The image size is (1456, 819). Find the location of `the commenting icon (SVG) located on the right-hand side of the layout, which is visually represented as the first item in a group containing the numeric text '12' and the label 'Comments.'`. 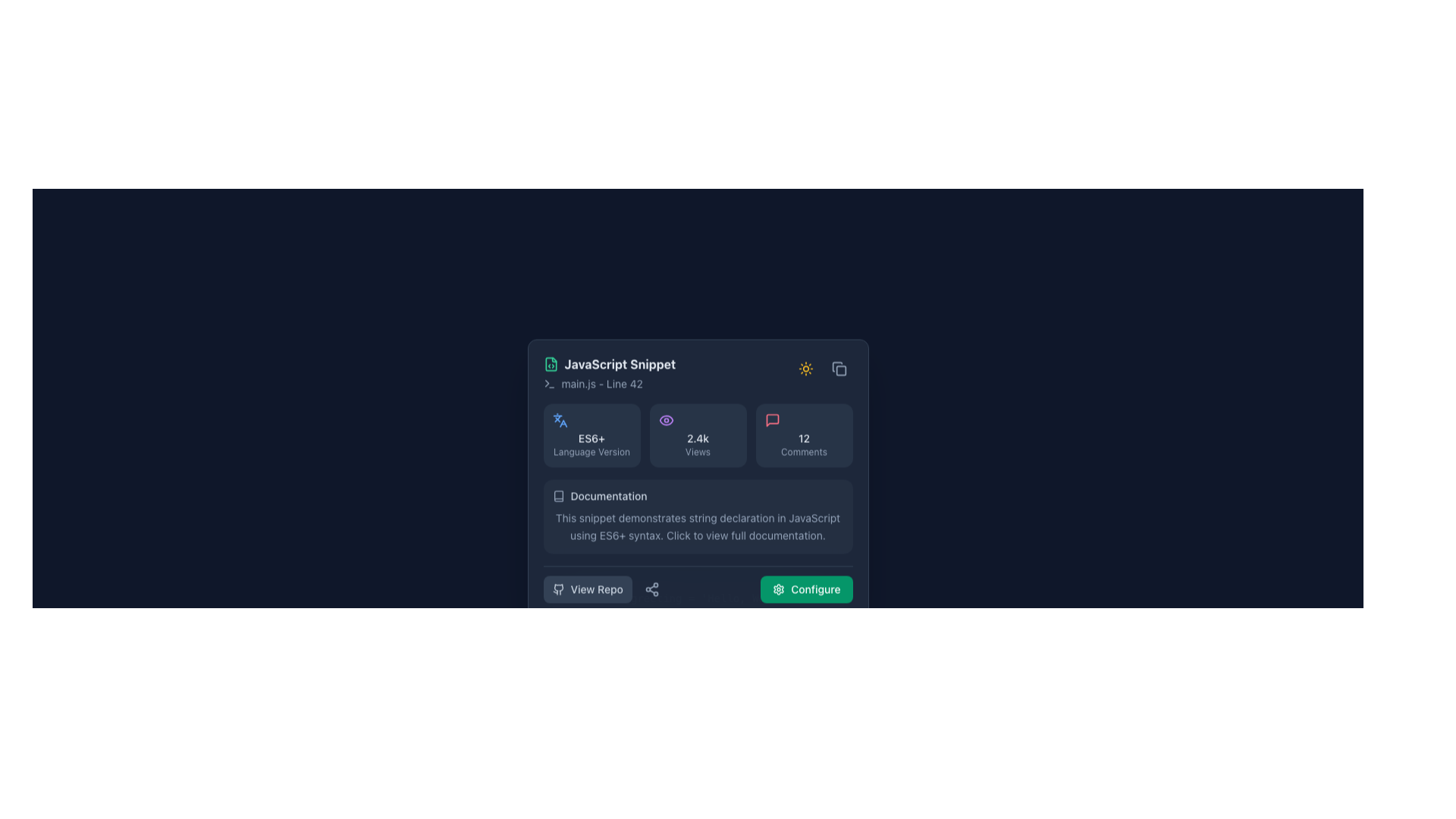

the commenting icon (SVG) located on the right-hand side of the layout, which is visually represented as the first item in a group containing the numeric text '12' and the label 'Comments.' is located at coordinates (772, 420).